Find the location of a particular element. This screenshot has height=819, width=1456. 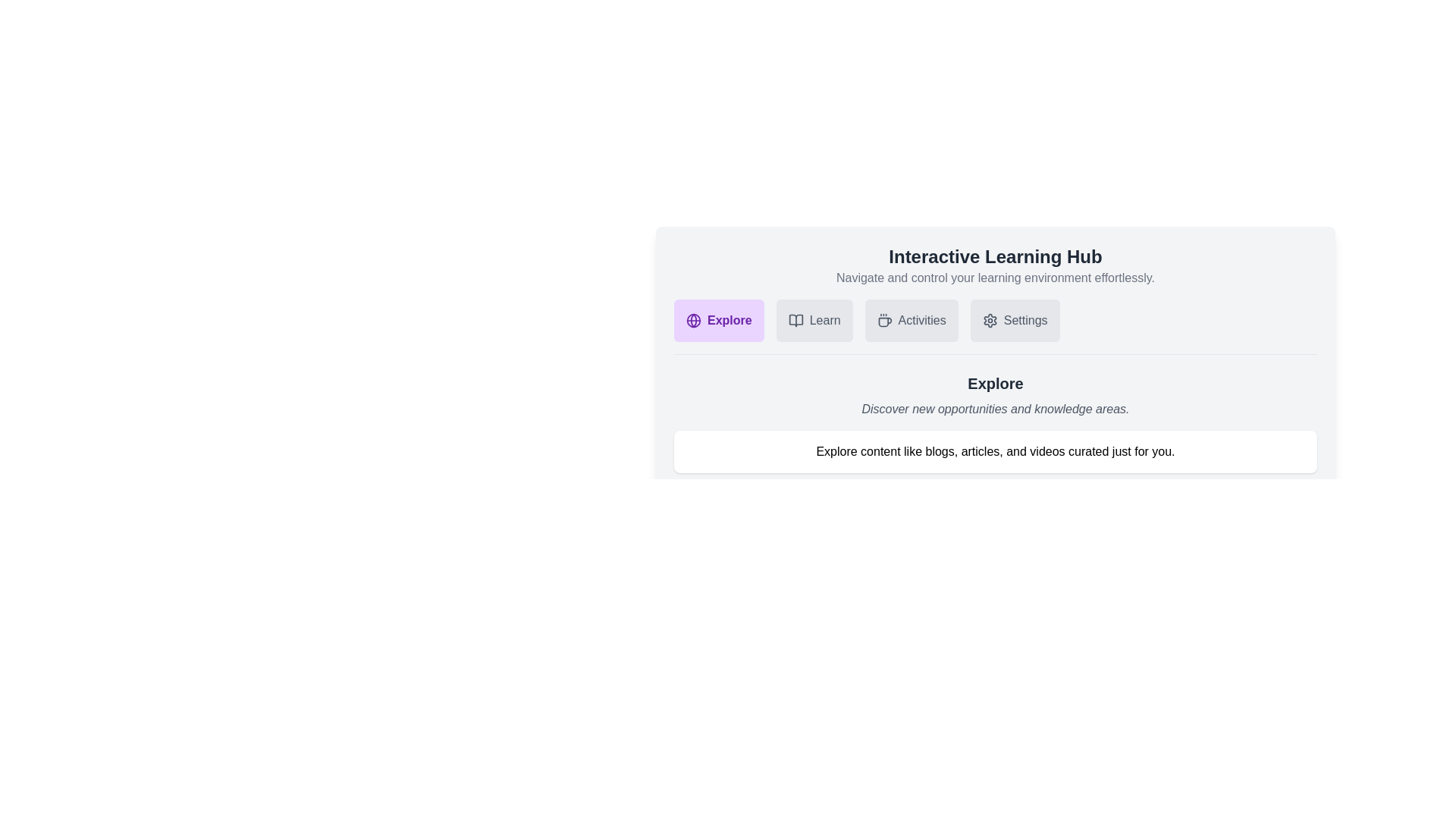

the informational text block that reads 'Explore content like blogs, articles, and videos curated just for you.' is located at coordinates (996, 451).